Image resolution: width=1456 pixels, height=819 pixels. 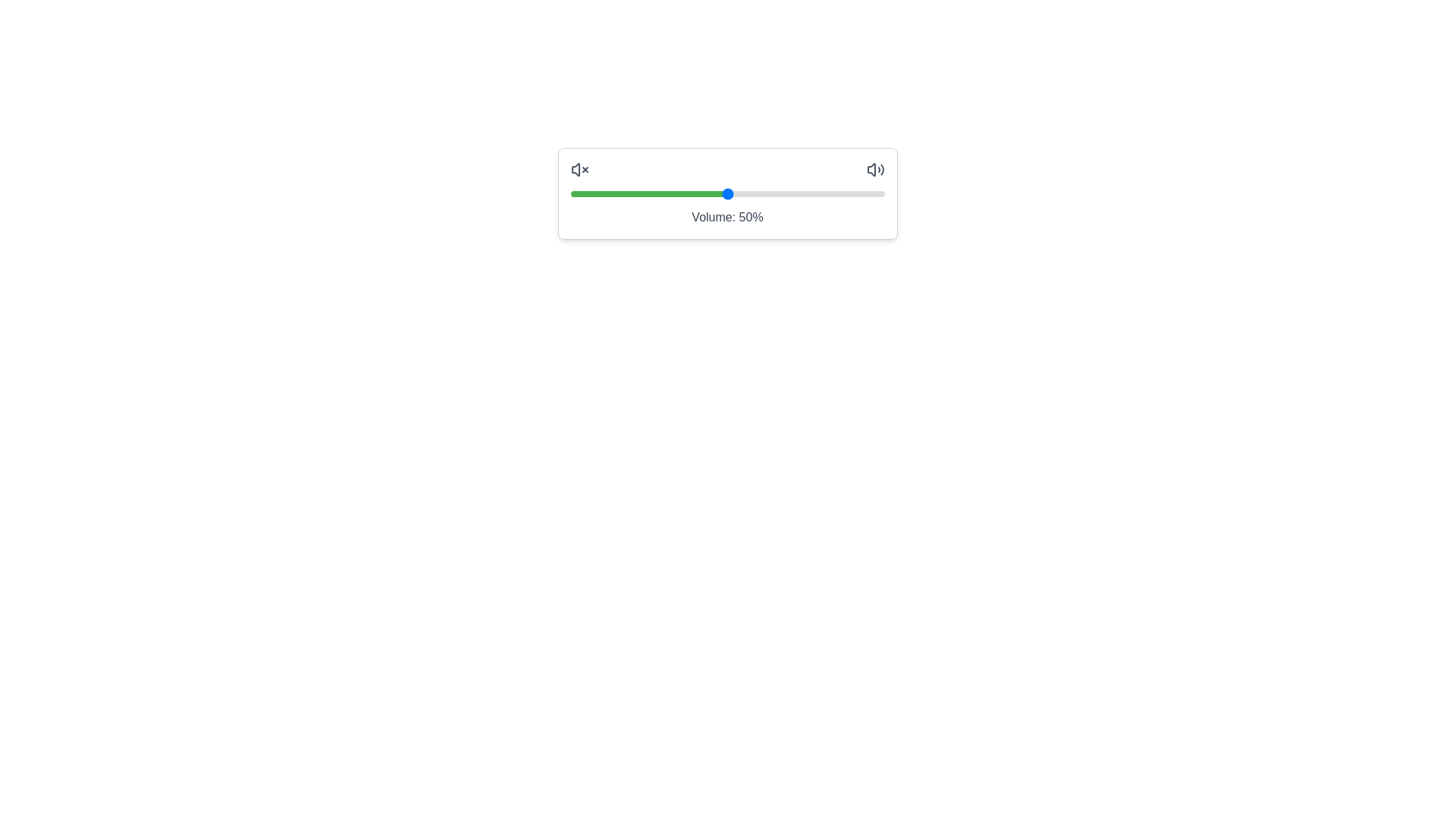 I want to click on the slider, so click(x=670, y=193).